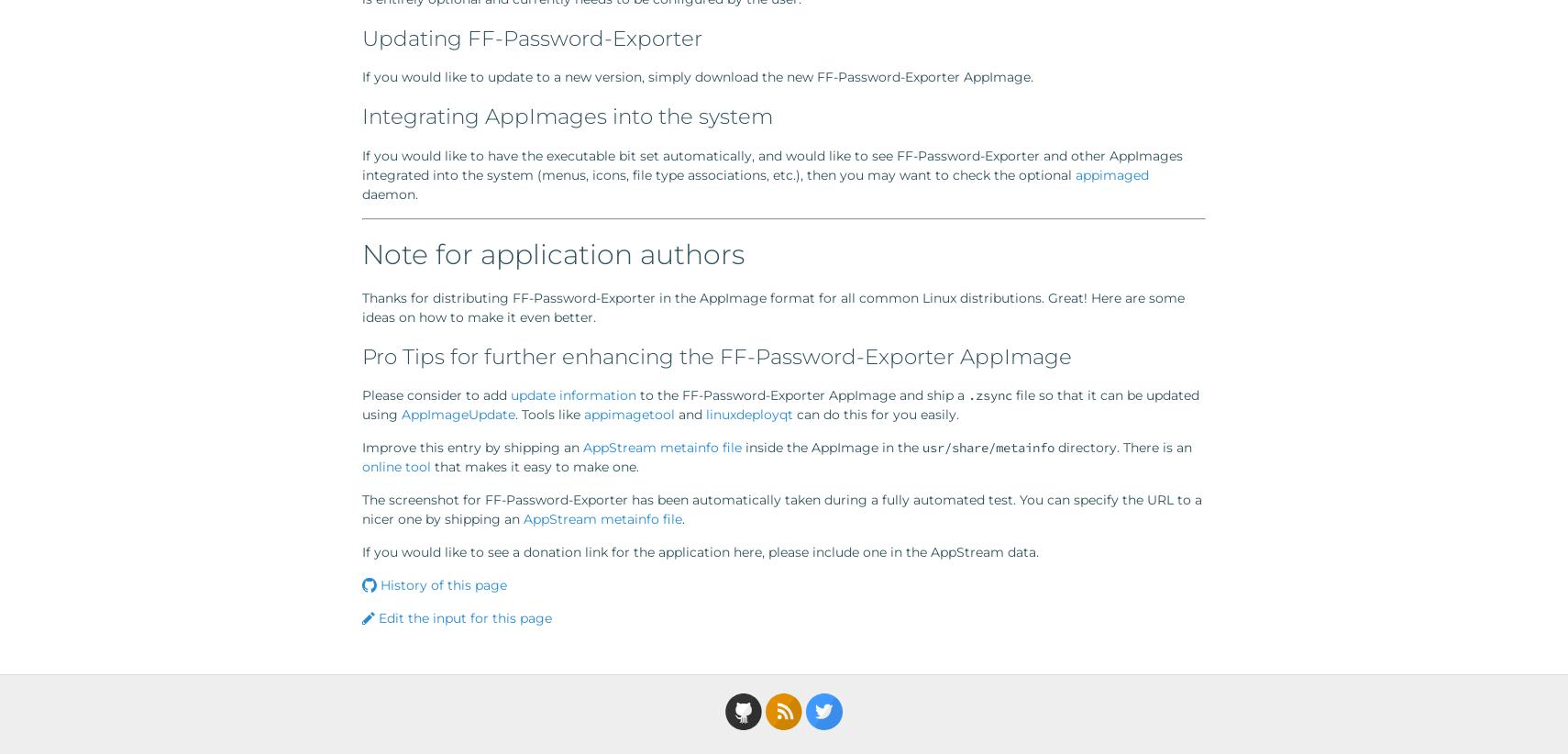  What do you see at coordinates (773, 305) in the screenshot?
I see `'Thanks for distributing FF-Password-Exporter in the AppImage format for all common Linux distributions. Great! Here are some ideas on how to make it even better.'` at bounding box center [773, 305].